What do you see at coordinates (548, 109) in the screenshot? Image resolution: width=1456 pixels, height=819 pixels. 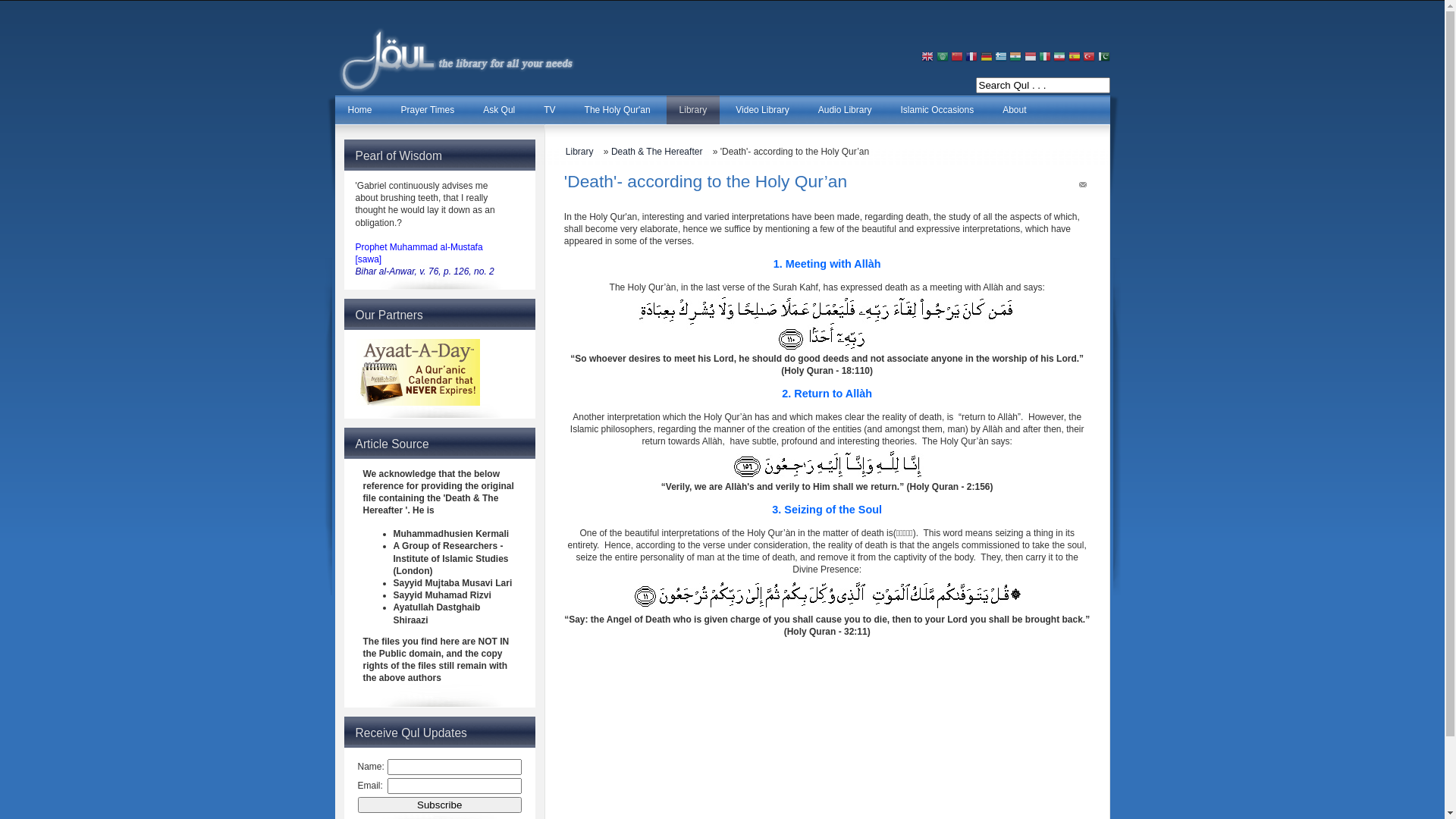 I see `'TV'` at bounding box center [548, 109].